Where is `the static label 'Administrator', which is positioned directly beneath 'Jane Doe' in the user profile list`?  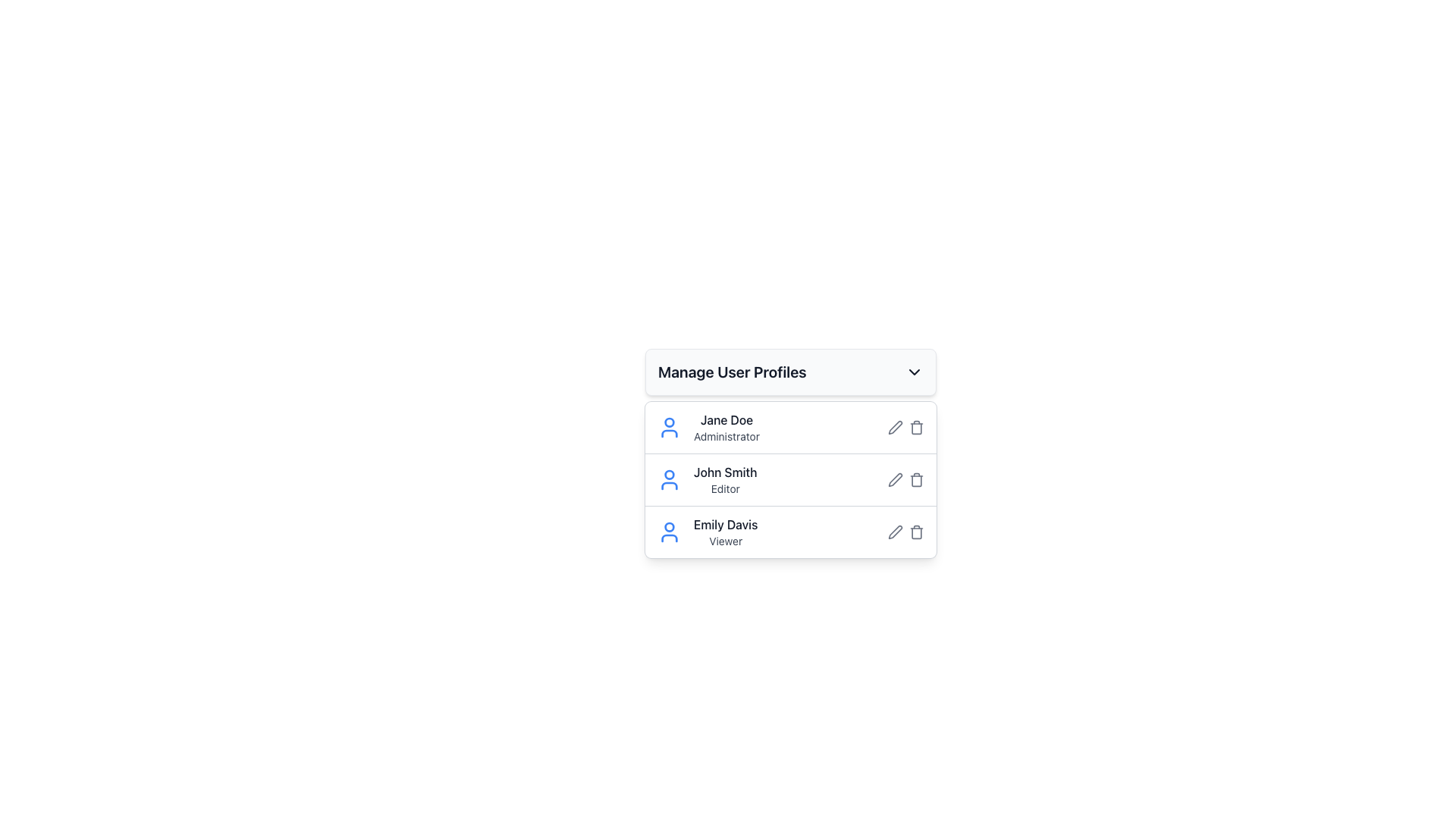
the static label 'Administrator', which is positioned directly beneath 'Jane Doe' in the user profile list is located at coordinates (726, 436).